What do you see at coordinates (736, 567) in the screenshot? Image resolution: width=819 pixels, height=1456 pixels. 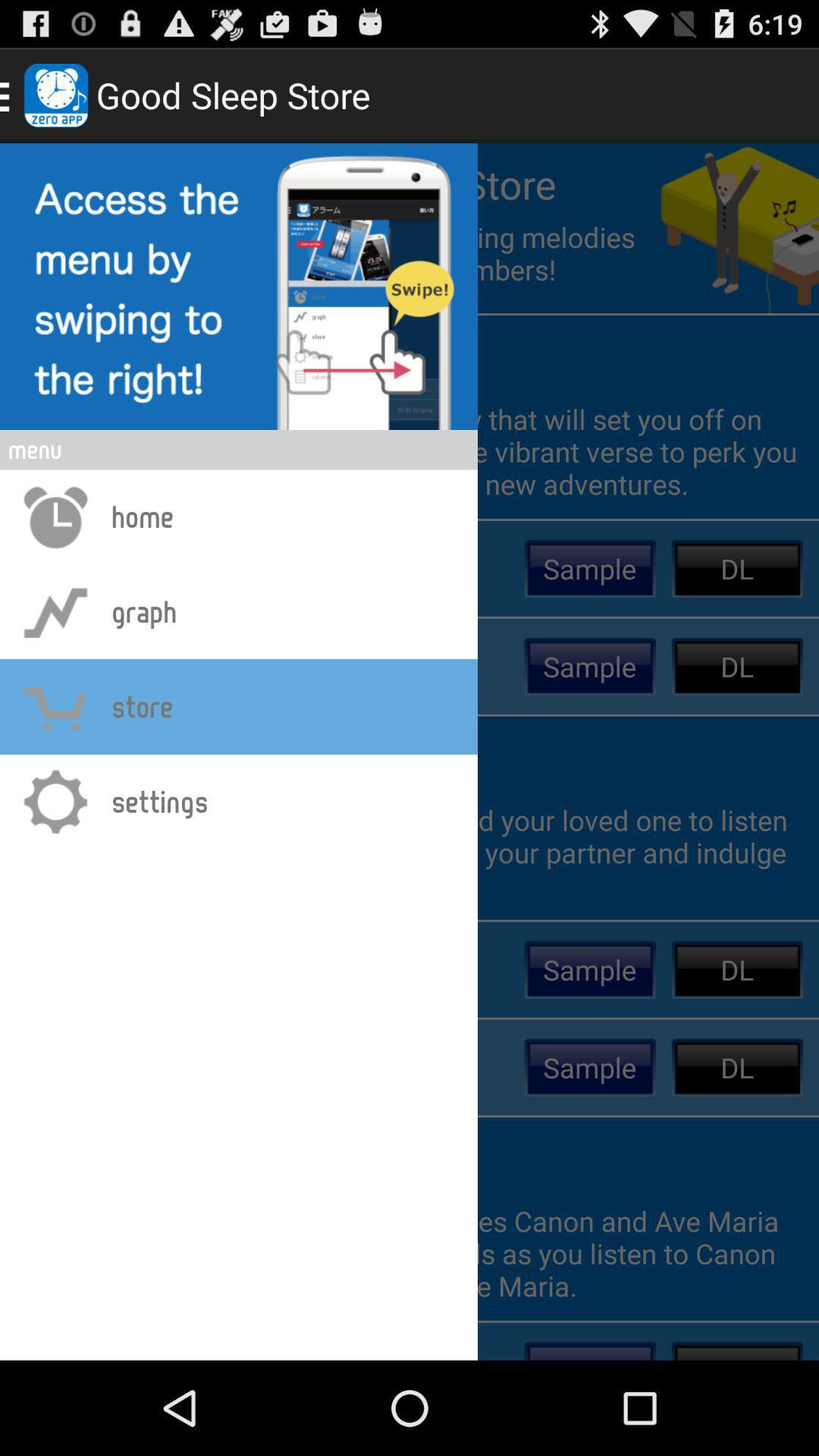 I see `dl` at bounding box center [736, 567].